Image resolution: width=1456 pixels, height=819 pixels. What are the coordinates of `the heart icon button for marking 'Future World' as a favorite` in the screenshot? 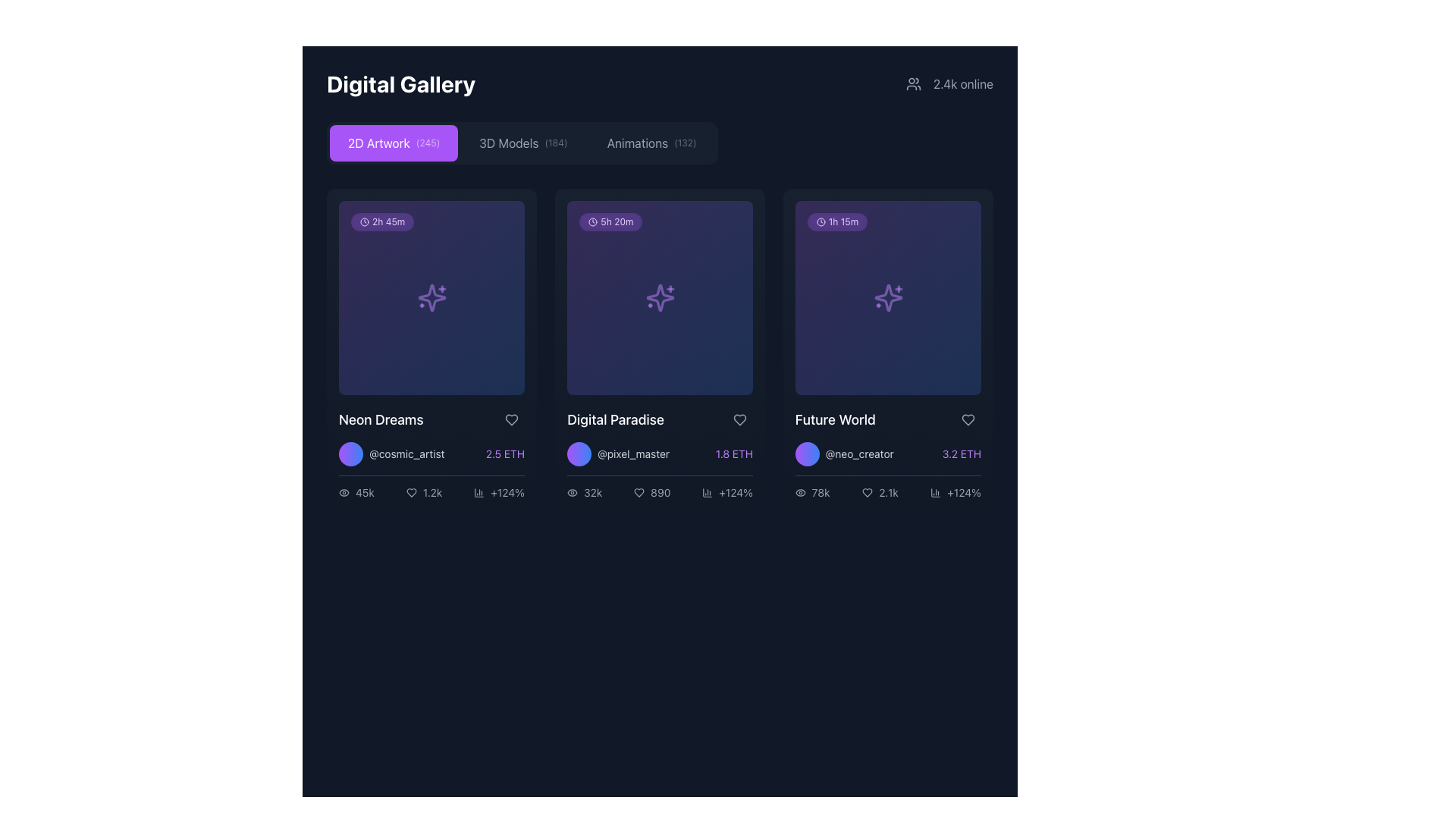 It's located at (967, 420).